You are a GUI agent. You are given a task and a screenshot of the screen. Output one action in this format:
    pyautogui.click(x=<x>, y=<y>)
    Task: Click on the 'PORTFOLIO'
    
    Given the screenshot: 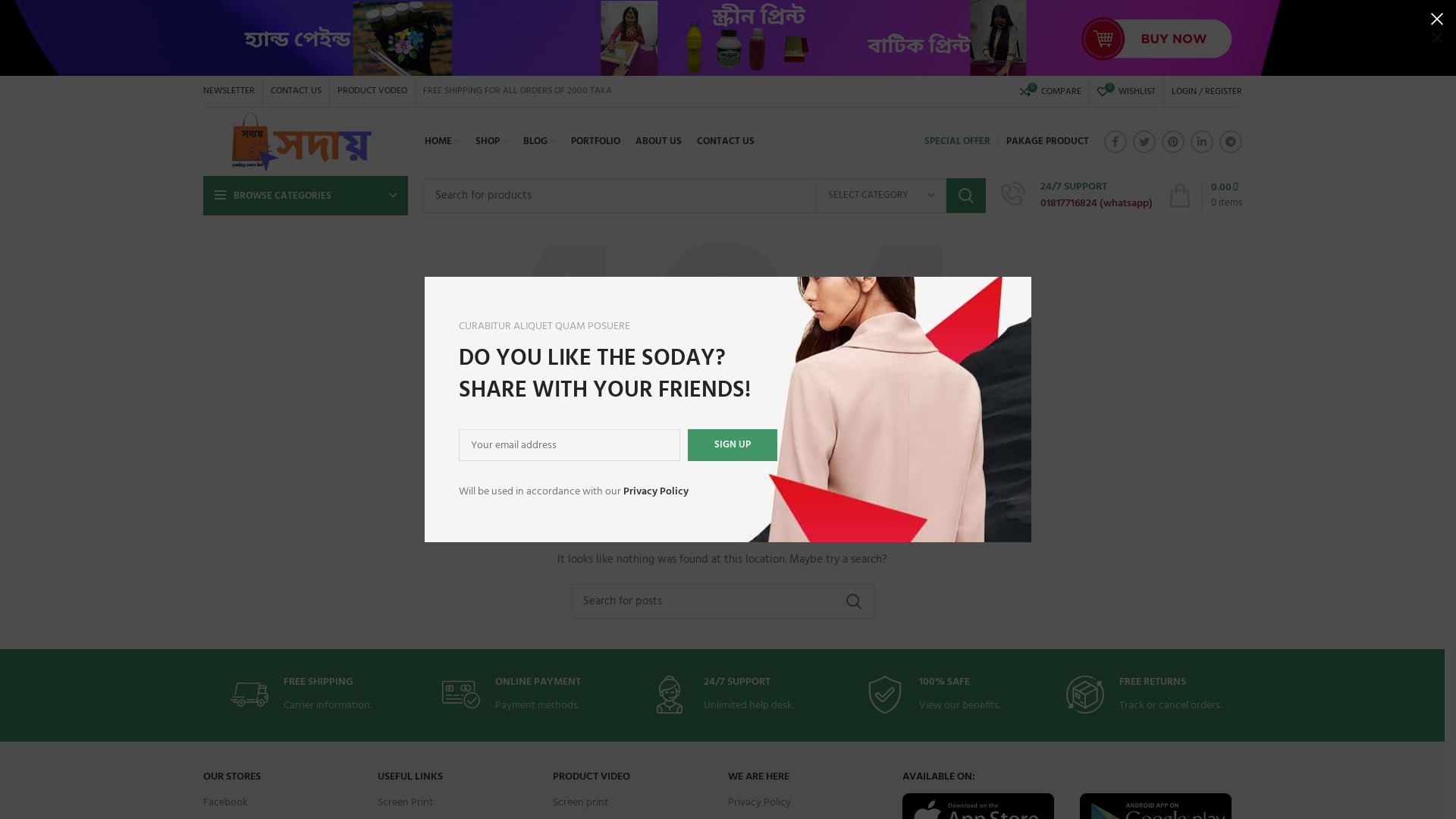 What is the action you would take?
    pyautogui.click(x=594, y=141)
    